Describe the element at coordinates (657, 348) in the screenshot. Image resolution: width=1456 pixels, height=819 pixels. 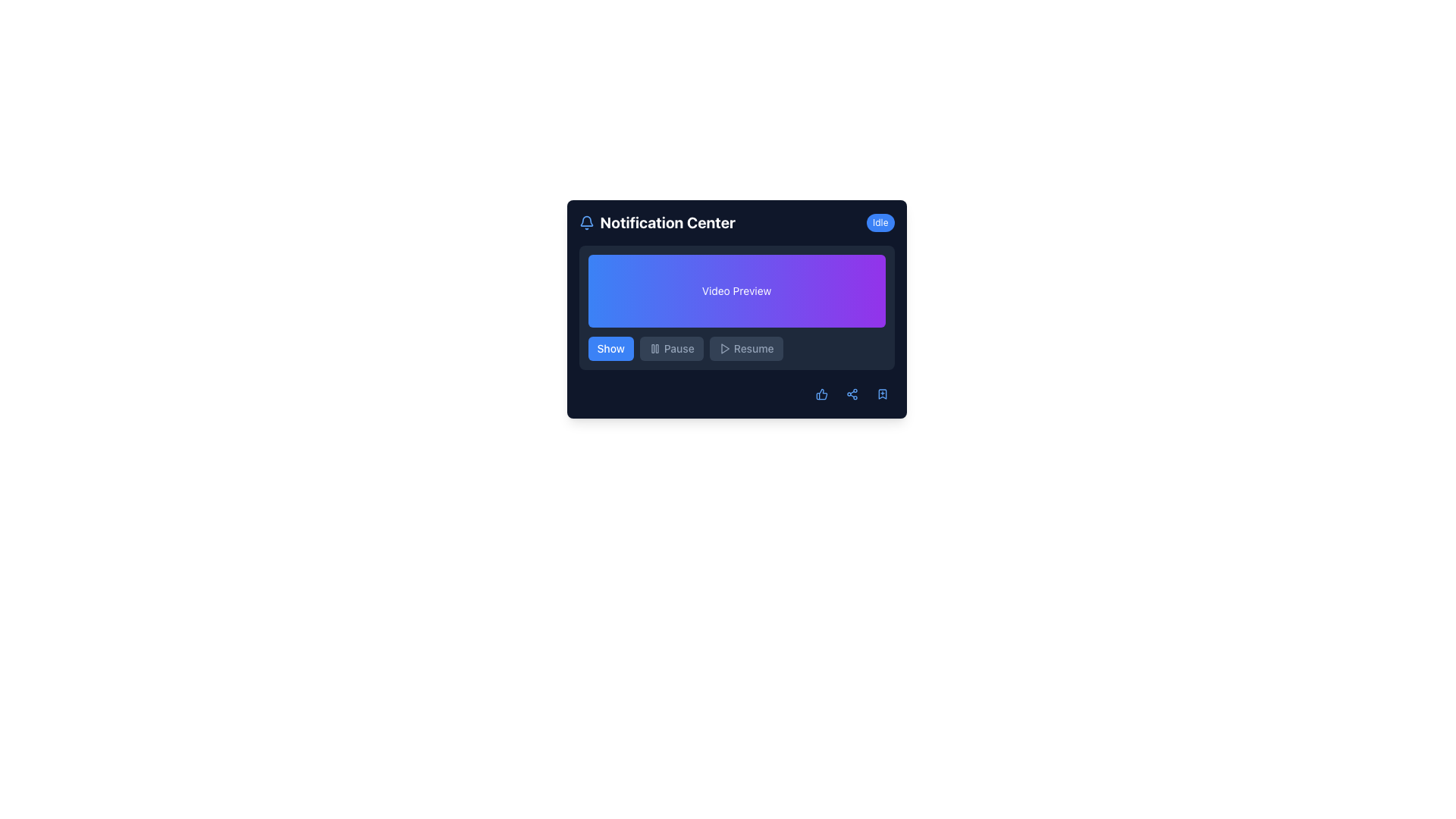
I see `the right vertical bar of the 'Pause' icon, which is adjacent to the 'Show' button on the left and the 'Resume' button on the right` at that location.